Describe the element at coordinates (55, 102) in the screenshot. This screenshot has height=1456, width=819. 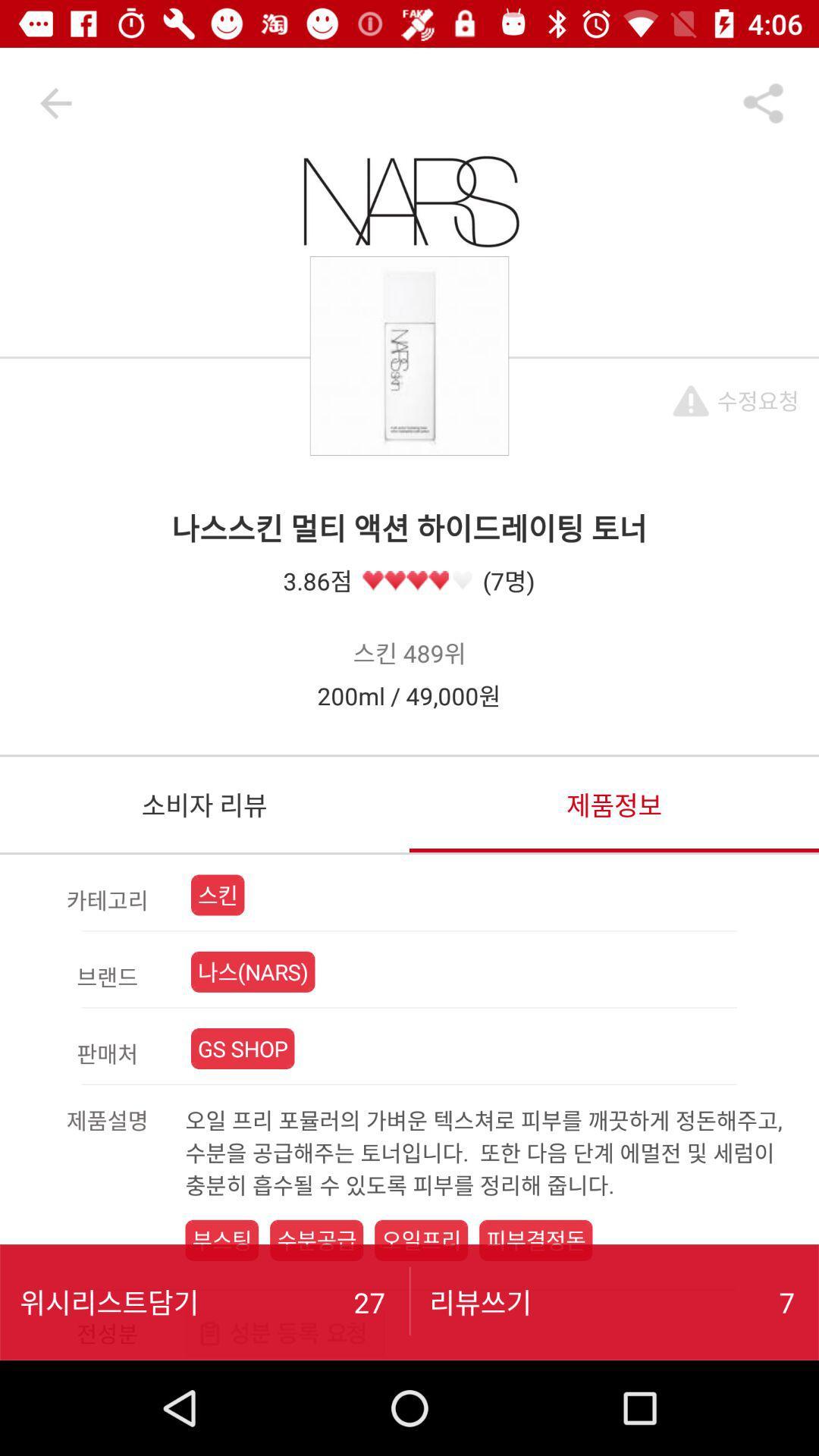
I see `the arrow_backward icon` at that location.